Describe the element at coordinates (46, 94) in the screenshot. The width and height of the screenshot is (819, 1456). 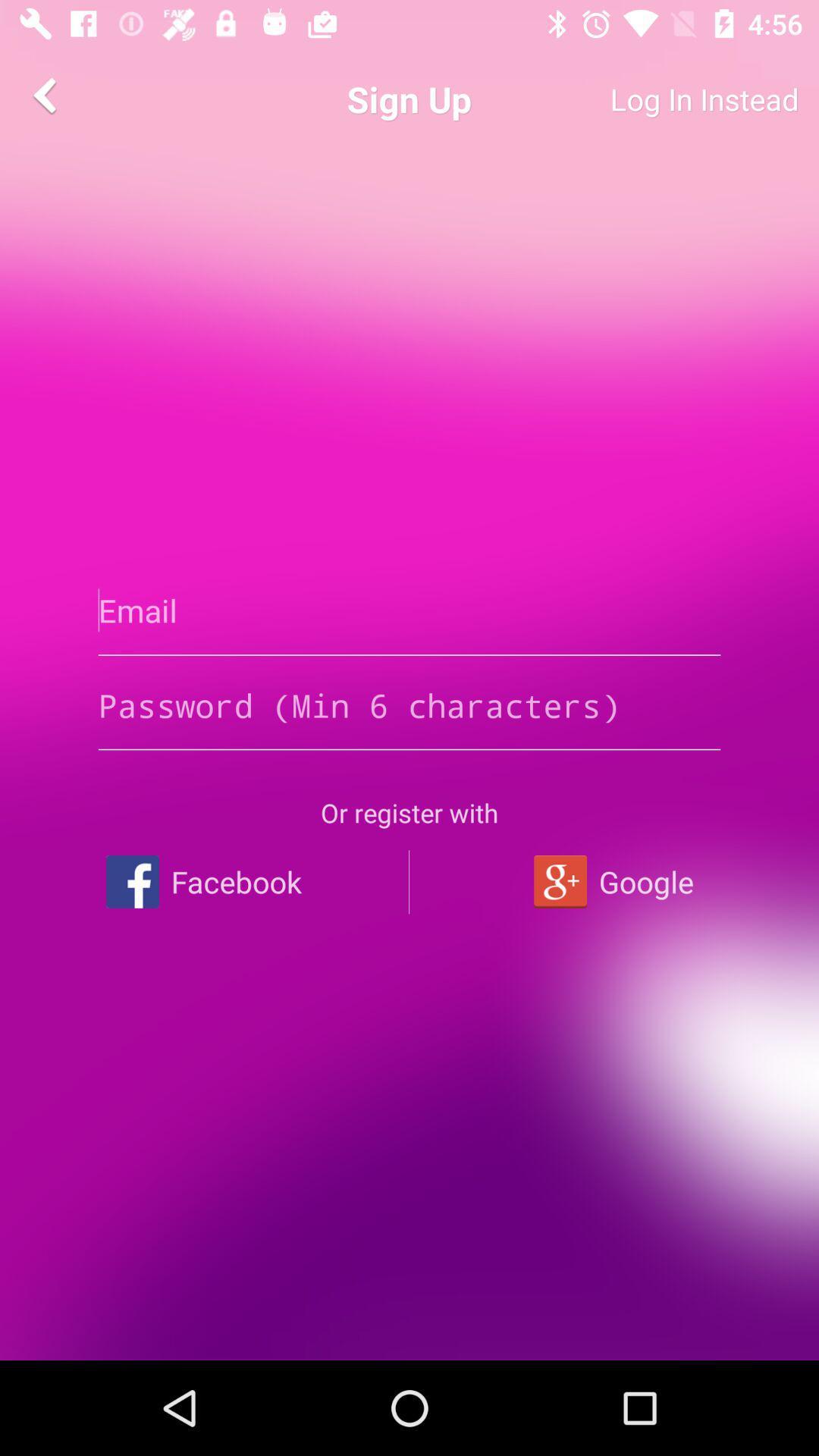
I see `the arrow_backward icon` at that location.